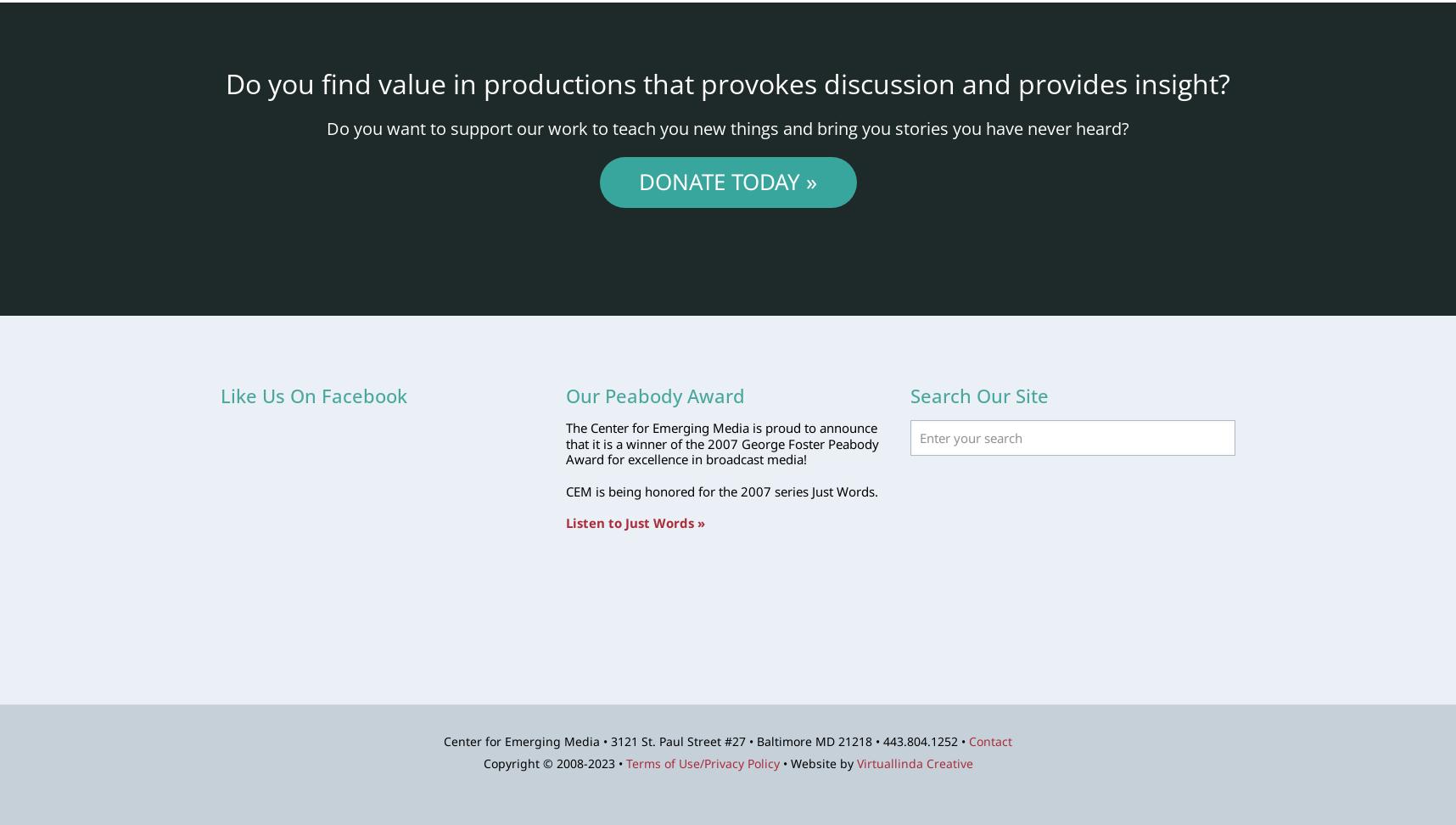 The image size is (1456, 825). Describe the element at coordinates (313, 394) in the screenshot. I see `'Like Us On Facebook'` at that location.